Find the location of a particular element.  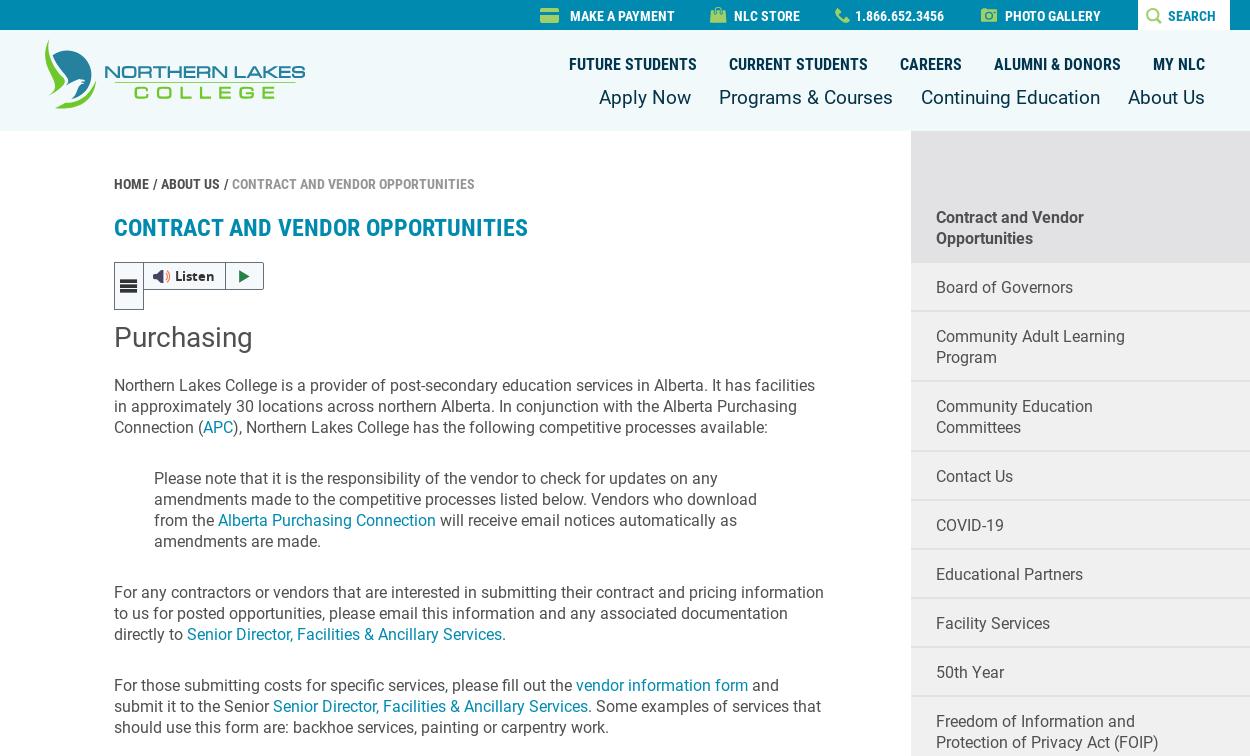

'Community Education Committees' is located at coordinates (935, 416).